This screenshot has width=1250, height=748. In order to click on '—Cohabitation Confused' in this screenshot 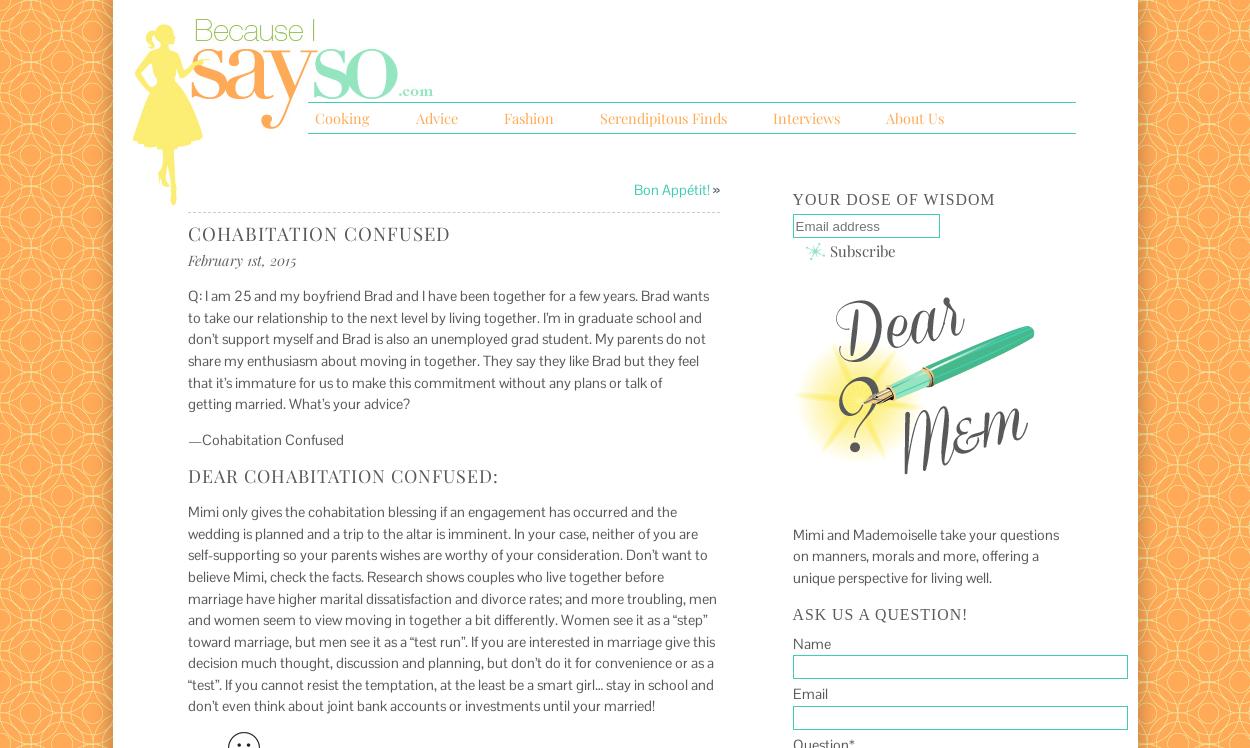, I will do `click(265, 438)`.